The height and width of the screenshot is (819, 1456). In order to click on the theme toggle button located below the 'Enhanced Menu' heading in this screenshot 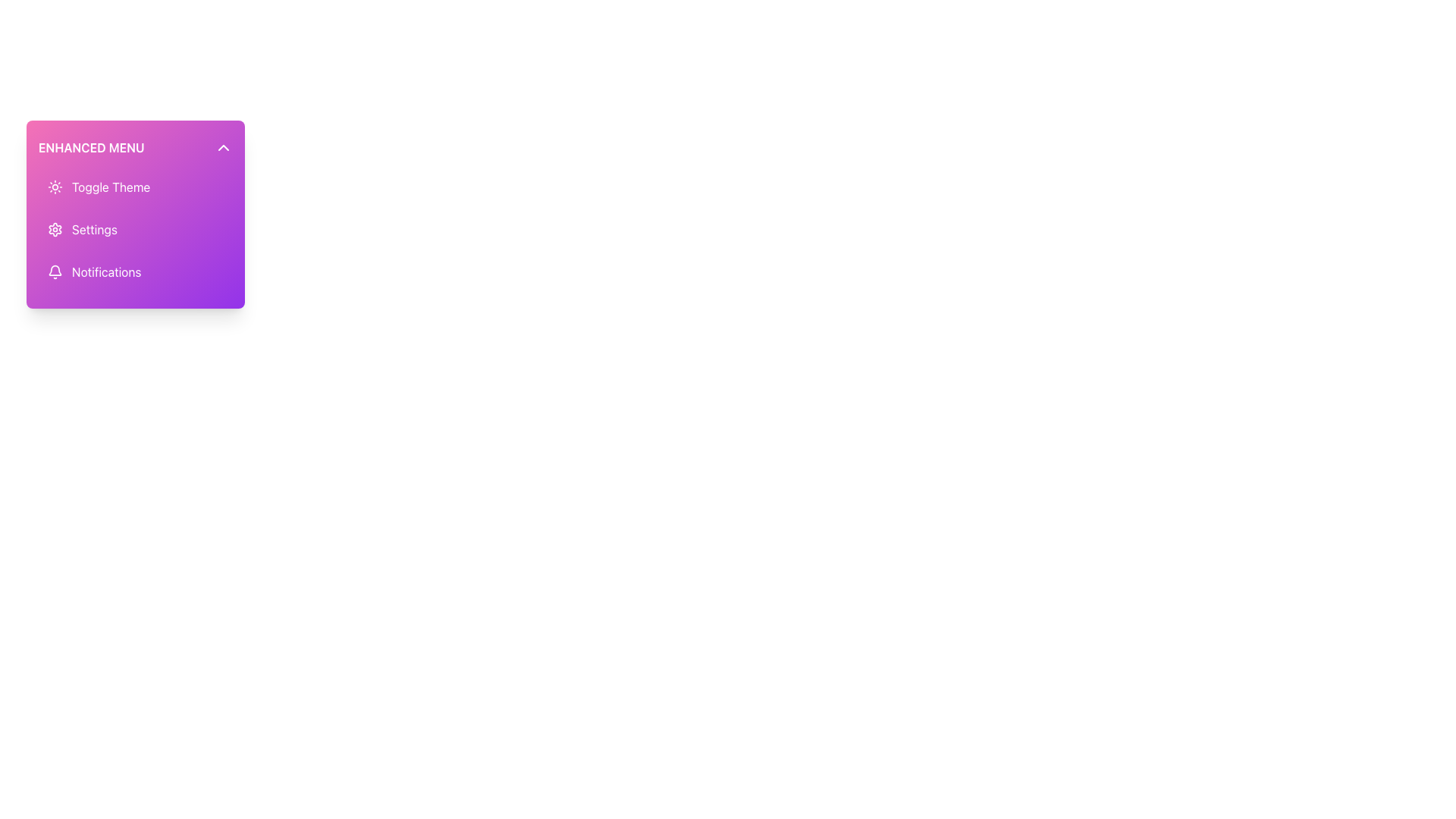, I will do `click(135, 186)`.